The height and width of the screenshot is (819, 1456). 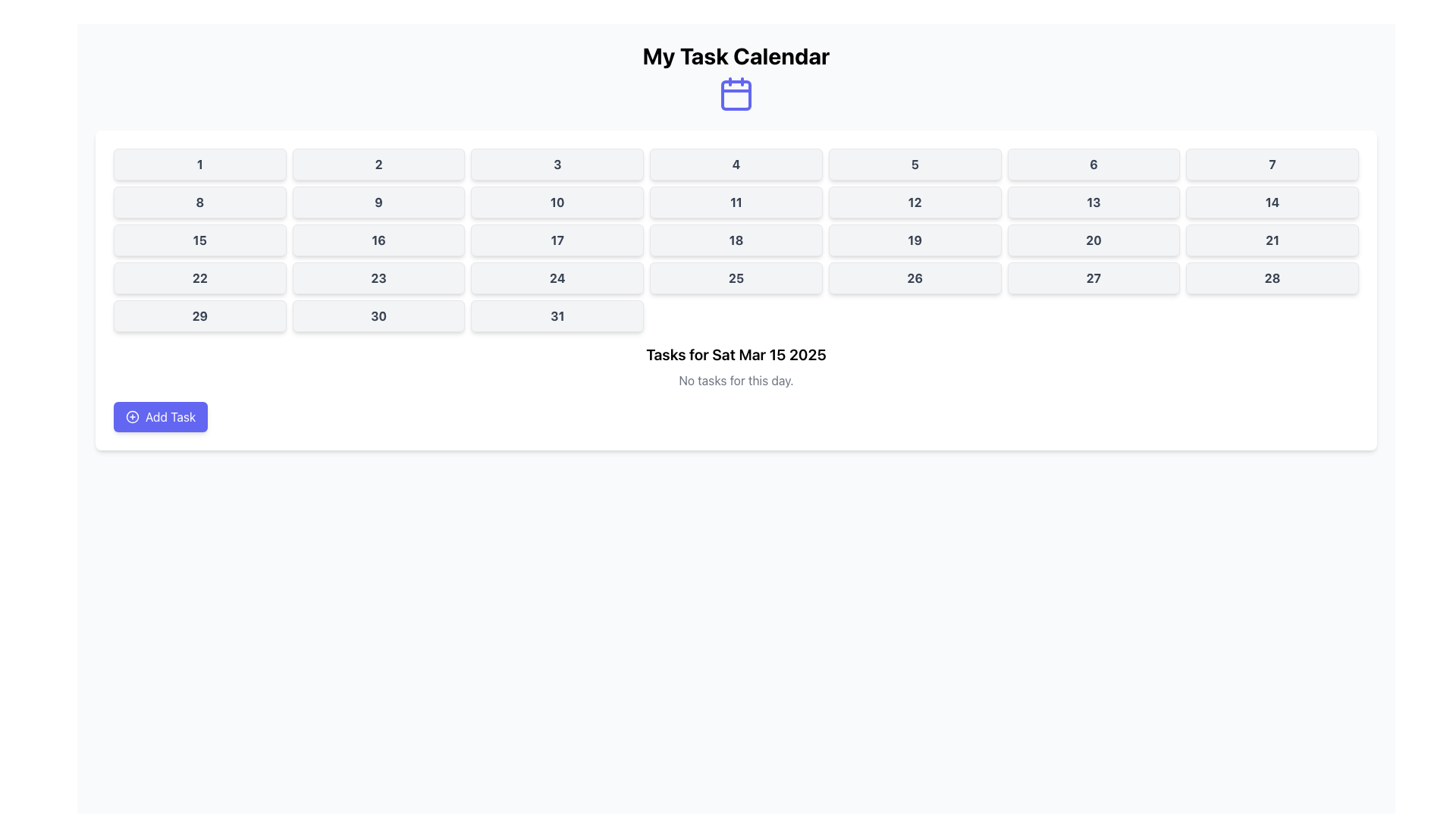 What do you see at coordinates (1272, 239) in the screenshot?
I see `the selectable day button representing the 21st day in the calendar grid for visual feedback` at bounding box center [1272, 239].